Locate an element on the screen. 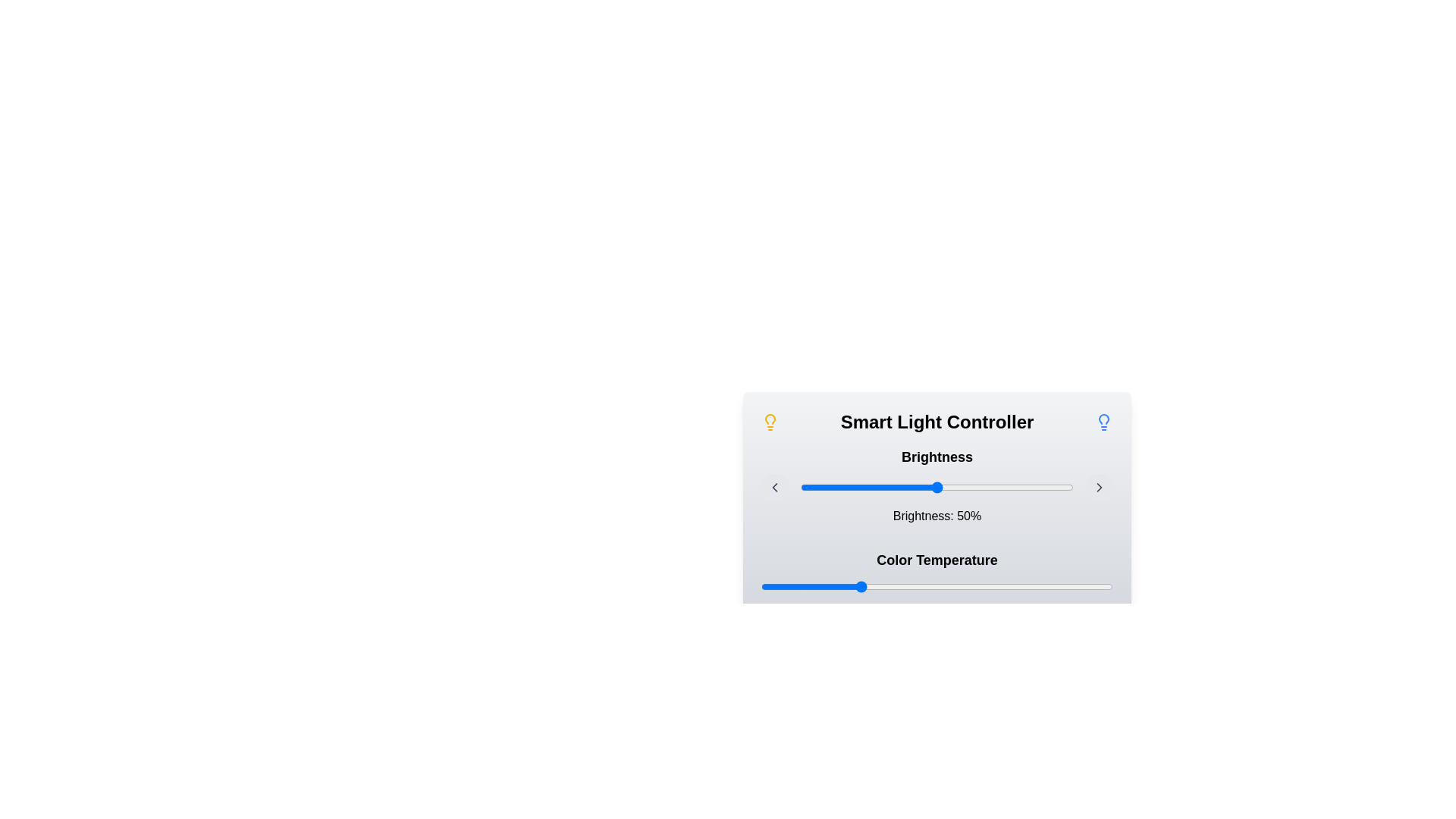  the left-pointing chevron icon located in the top-left corner of the Smart Light Controller interface is located at coordinates (775, 488).